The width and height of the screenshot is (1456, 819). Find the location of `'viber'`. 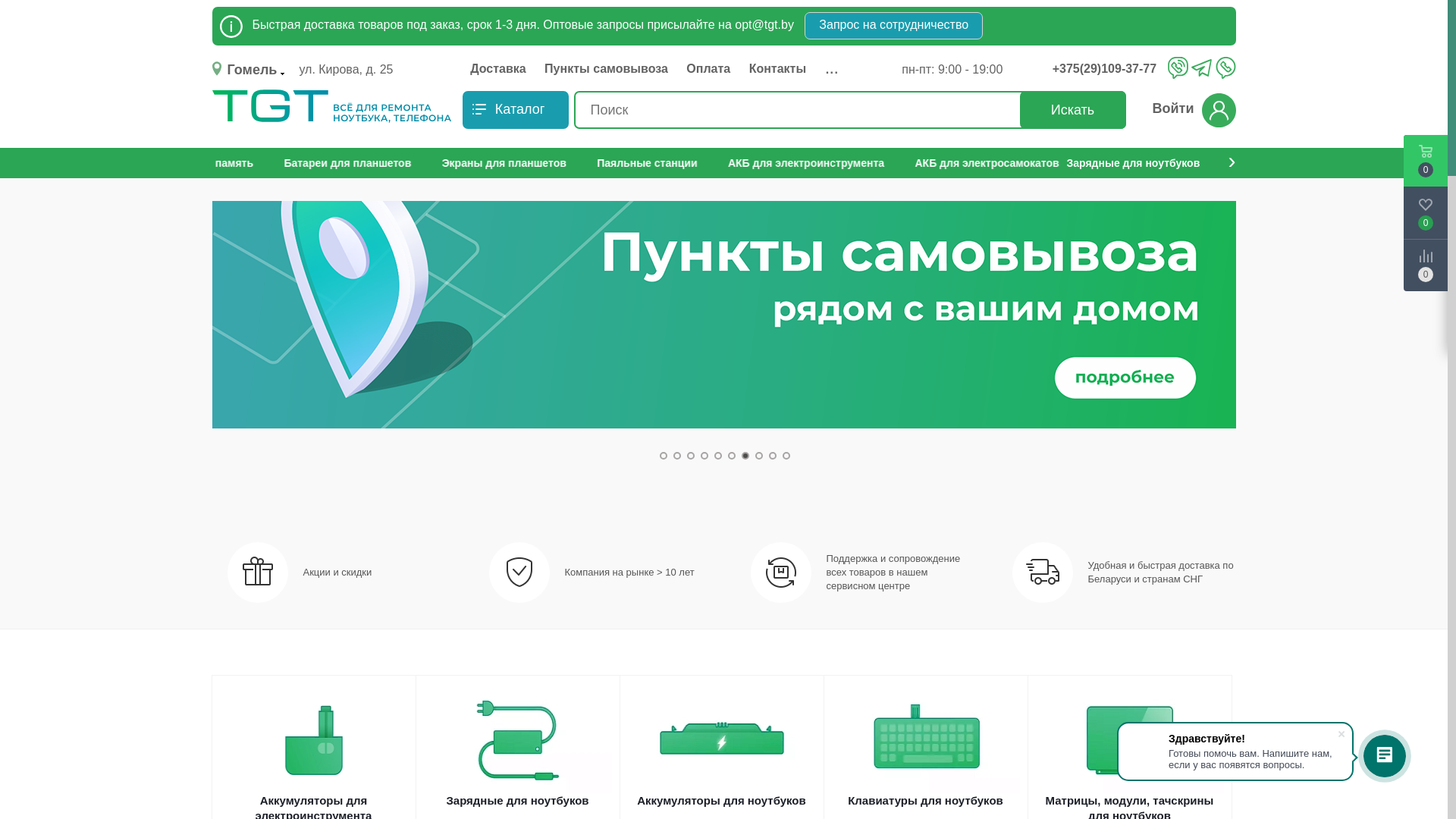

'viber' is located at coordinates (1167, 66).